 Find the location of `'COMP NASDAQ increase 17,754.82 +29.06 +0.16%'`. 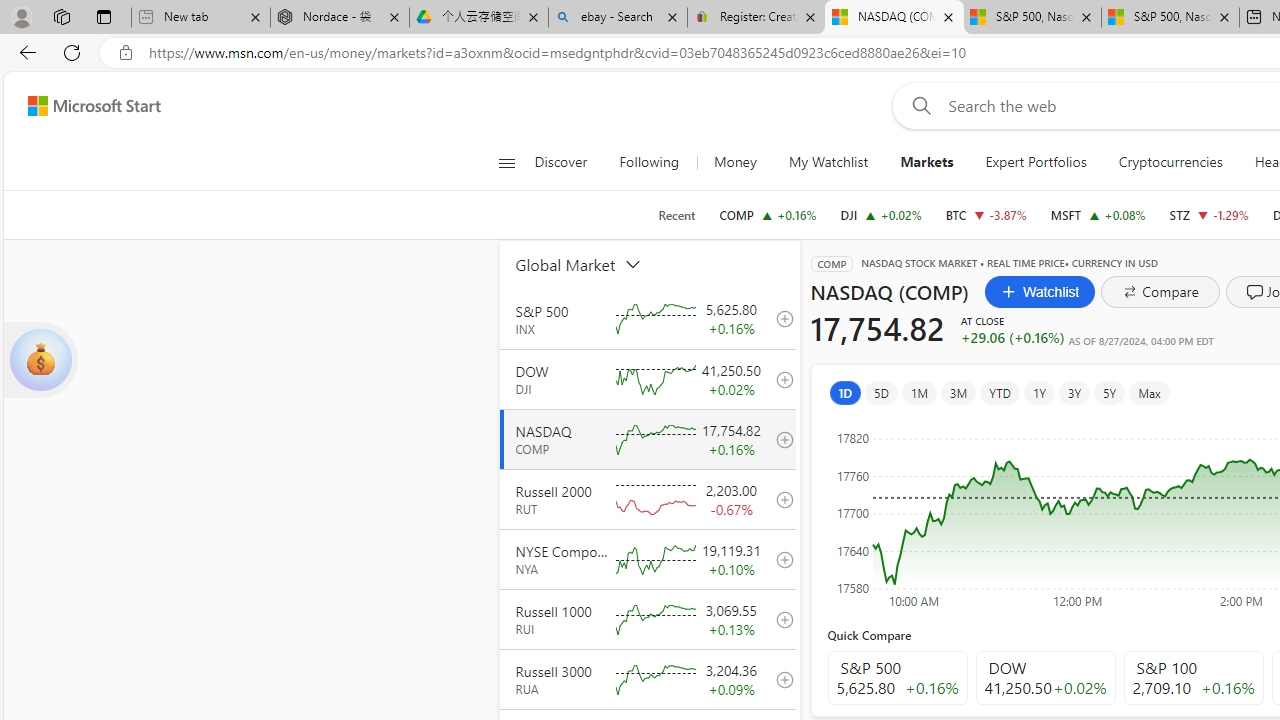

'COMP NASDAQ increase 17,754.82 +29.06 +0.16%' is located at coordinates (767, 214).